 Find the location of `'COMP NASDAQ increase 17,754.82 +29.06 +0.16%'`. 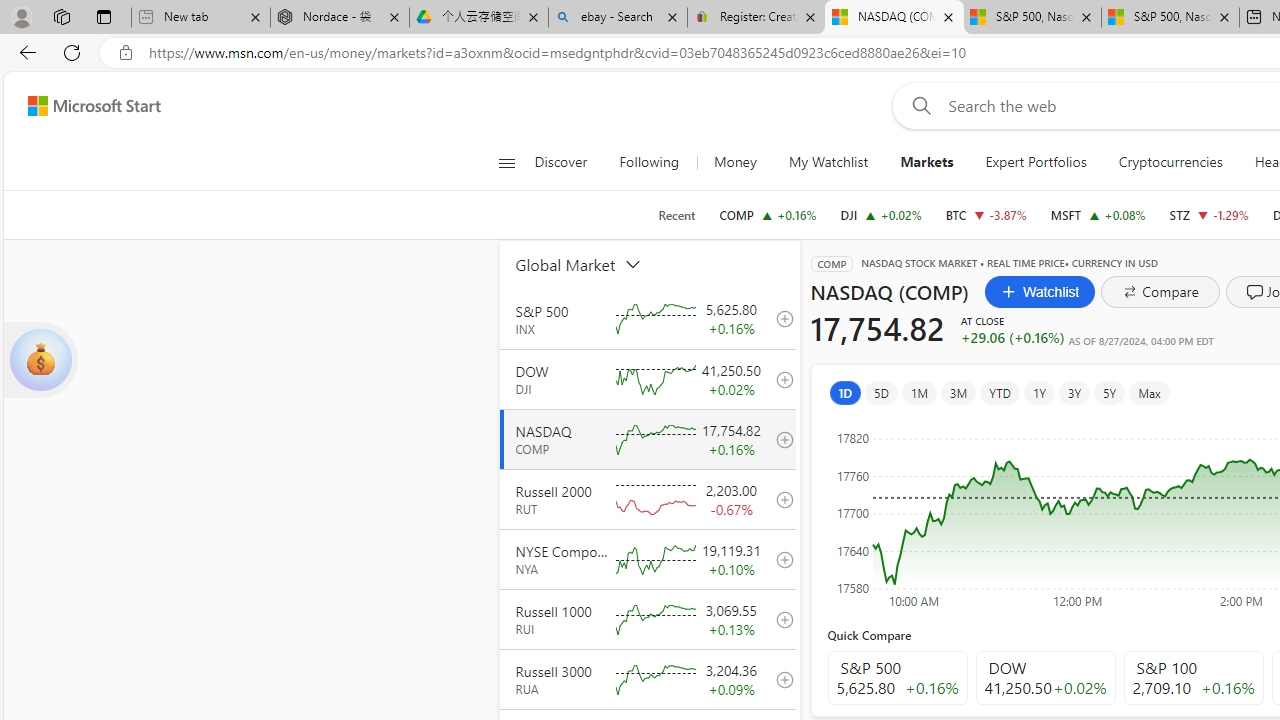

'COMP NASDAQ increase 17,754.82 +29.06 +0.16%' is located at coordinates (767, 214).